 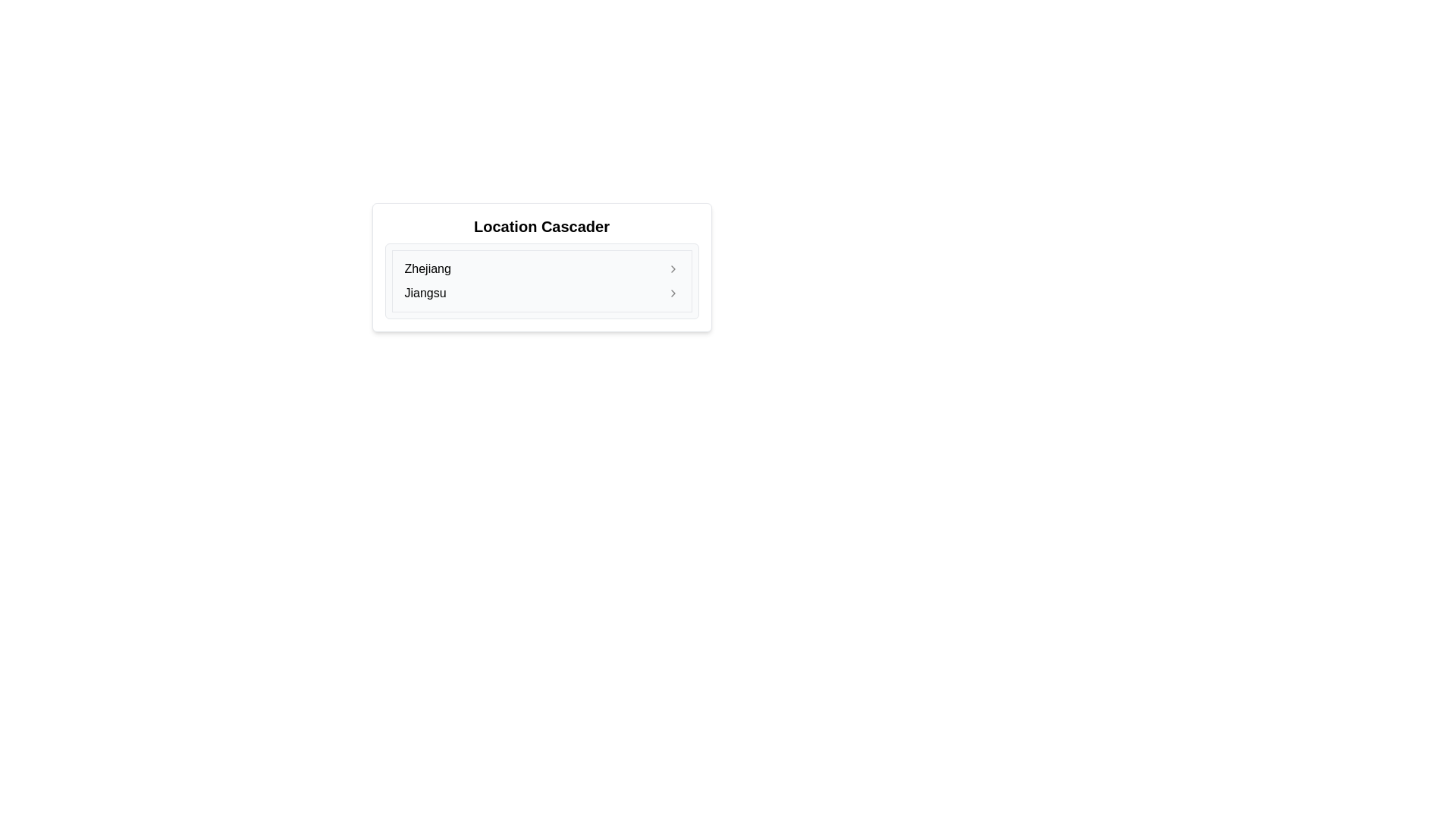 What do you see at coordinates (427, 268) in the screenshot?
I see `the text label displaying 'Zhejiang'` at bounding box center [427, 268].